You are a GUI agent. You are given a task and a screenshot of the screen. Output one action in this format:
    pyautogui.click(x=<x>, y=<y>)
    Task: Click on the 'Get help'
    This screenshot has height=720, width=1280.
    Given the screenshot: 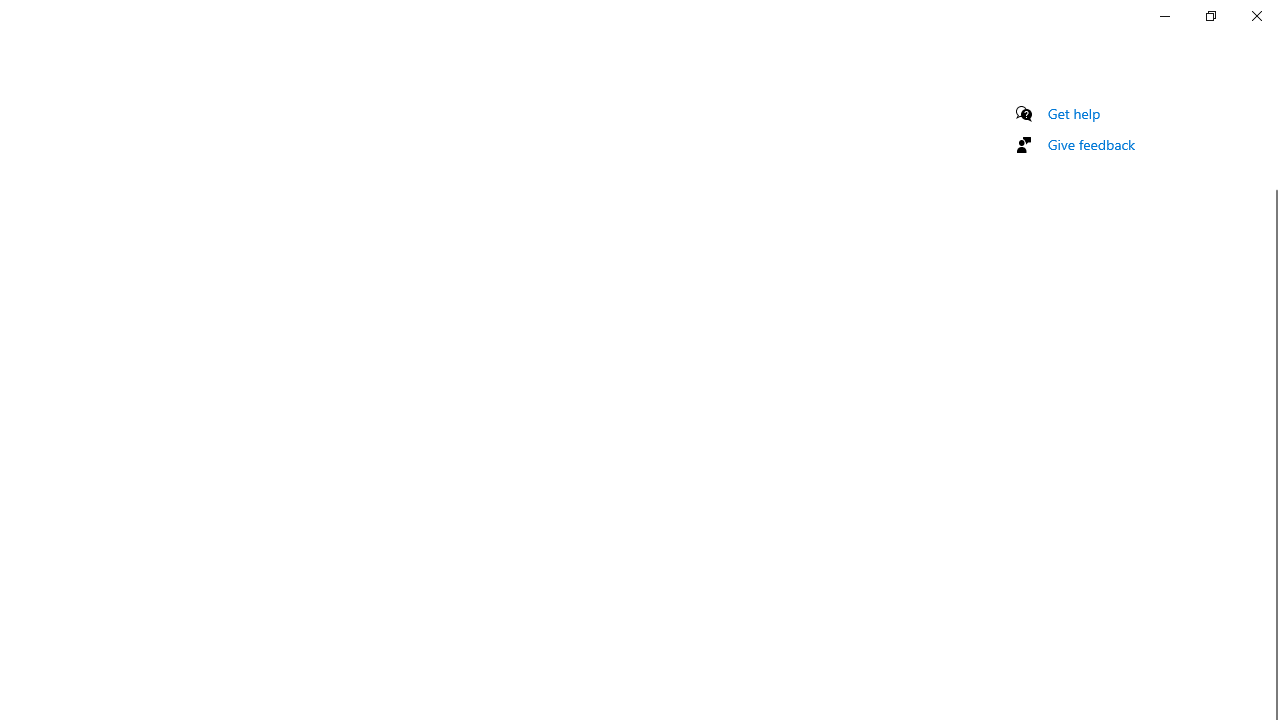 What is the action you would take?
    pyautogui.click(x=1073, y=113)
    